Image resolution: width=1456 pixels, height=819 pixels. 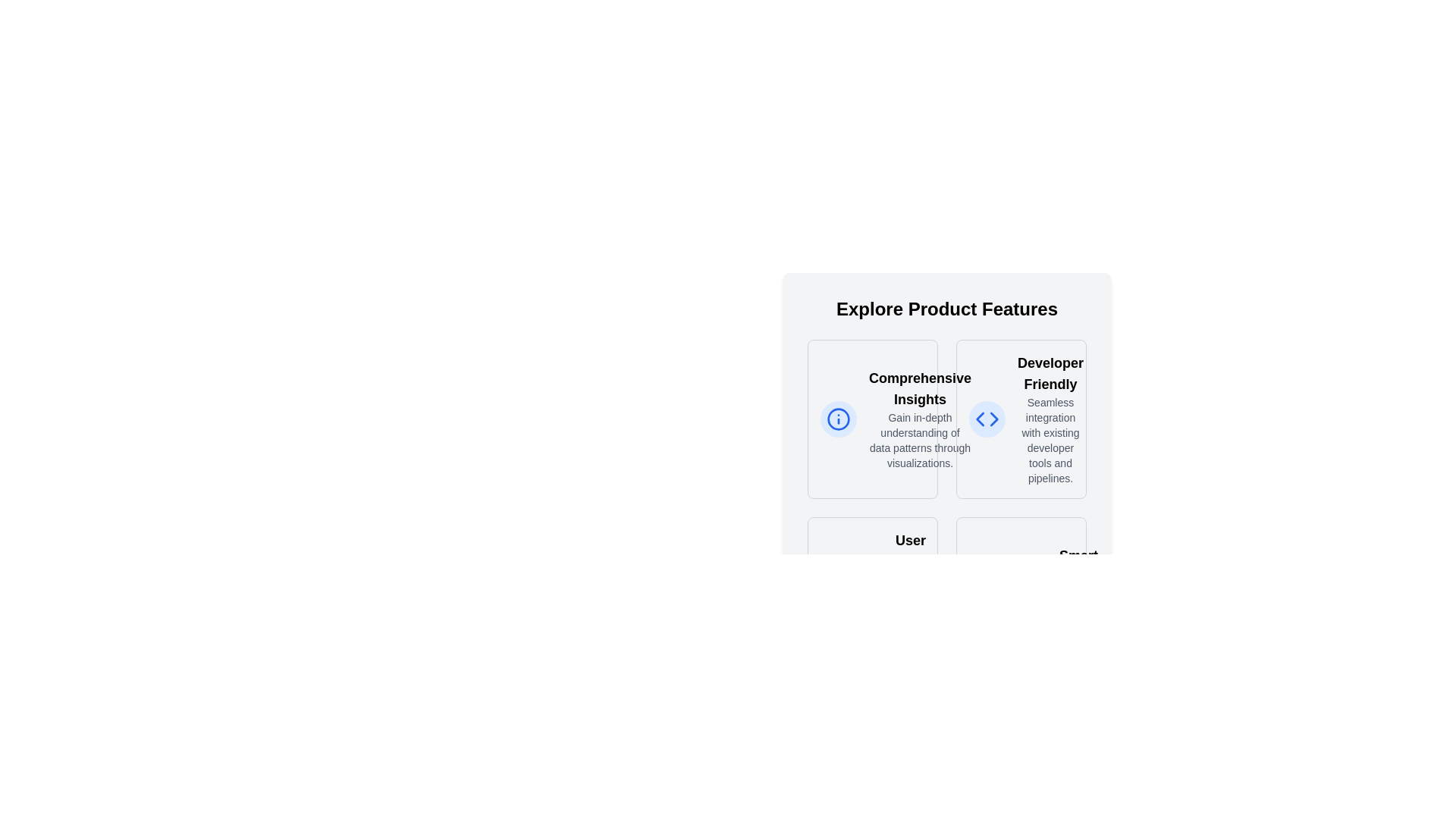 What do you see at coordinates (1050, 374) in the screenshot?
I see `the title text within the 'Developer Friendly' tile, which serves as a heading for the feature` at bounding box center [1050, 374].